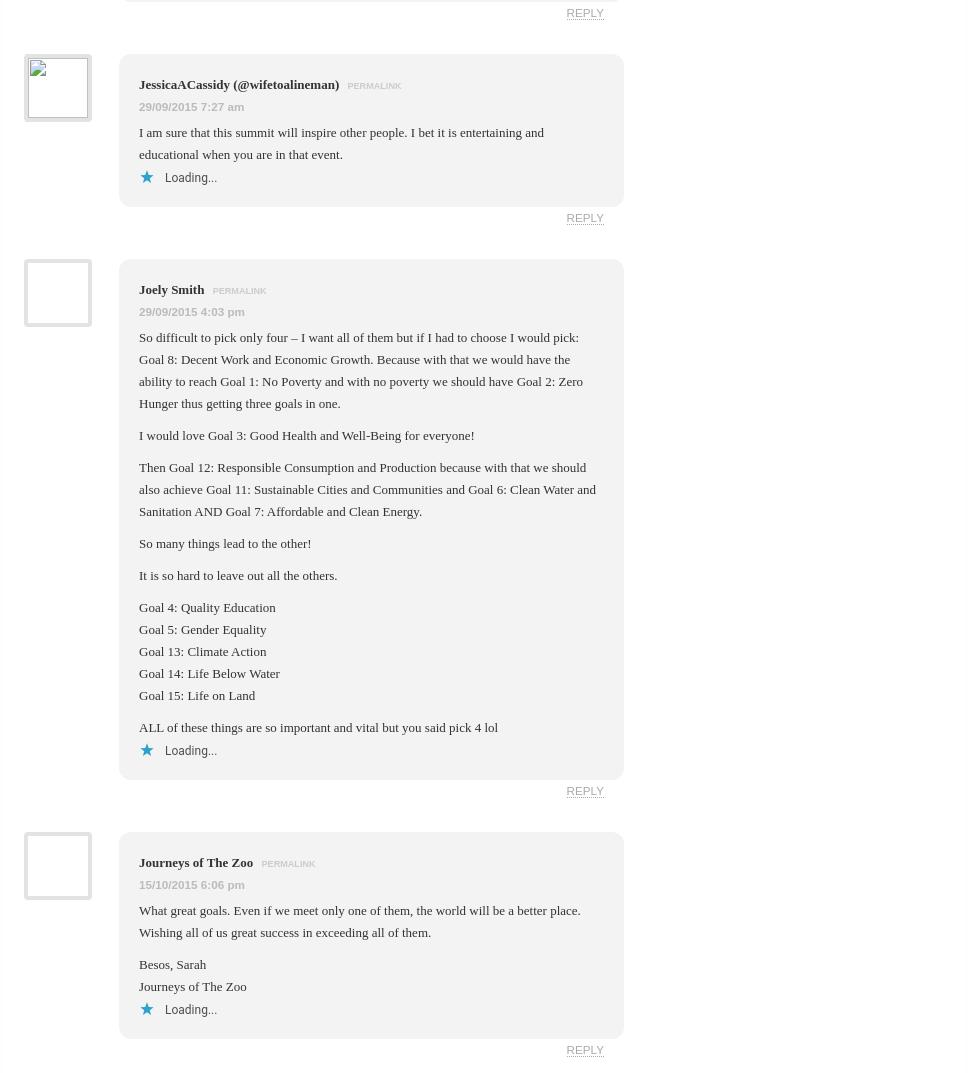 The image size is (968, 1073). What do you see at coordinates (202, 627) in the screenshot?
I see `'Goal 5: Gender Equality'` at bounding box center [202, 627].